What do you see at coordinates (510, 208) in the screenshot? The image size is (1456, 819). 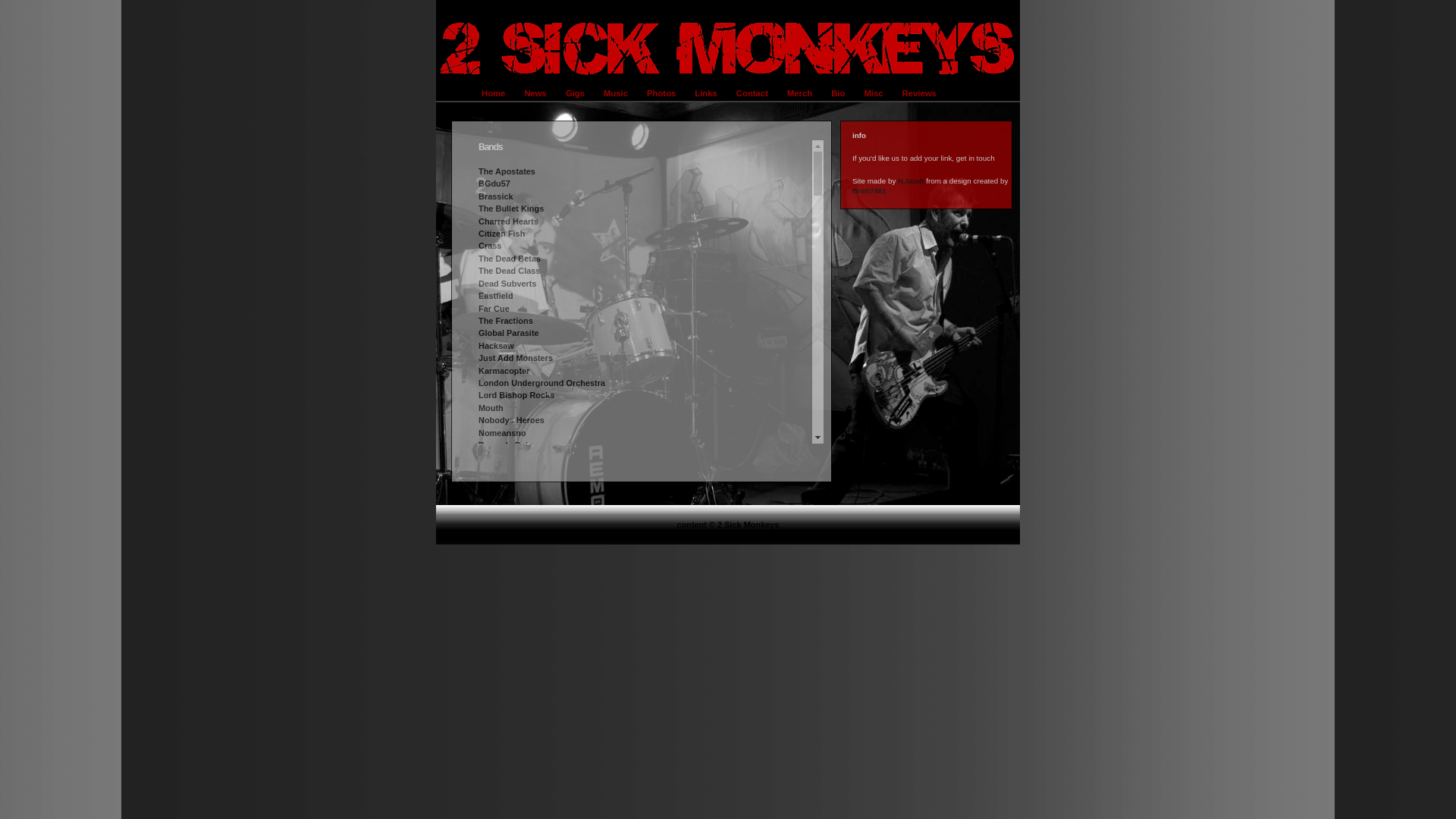 I see `'The Bullet Kings'` at bounding box center [510, 208].